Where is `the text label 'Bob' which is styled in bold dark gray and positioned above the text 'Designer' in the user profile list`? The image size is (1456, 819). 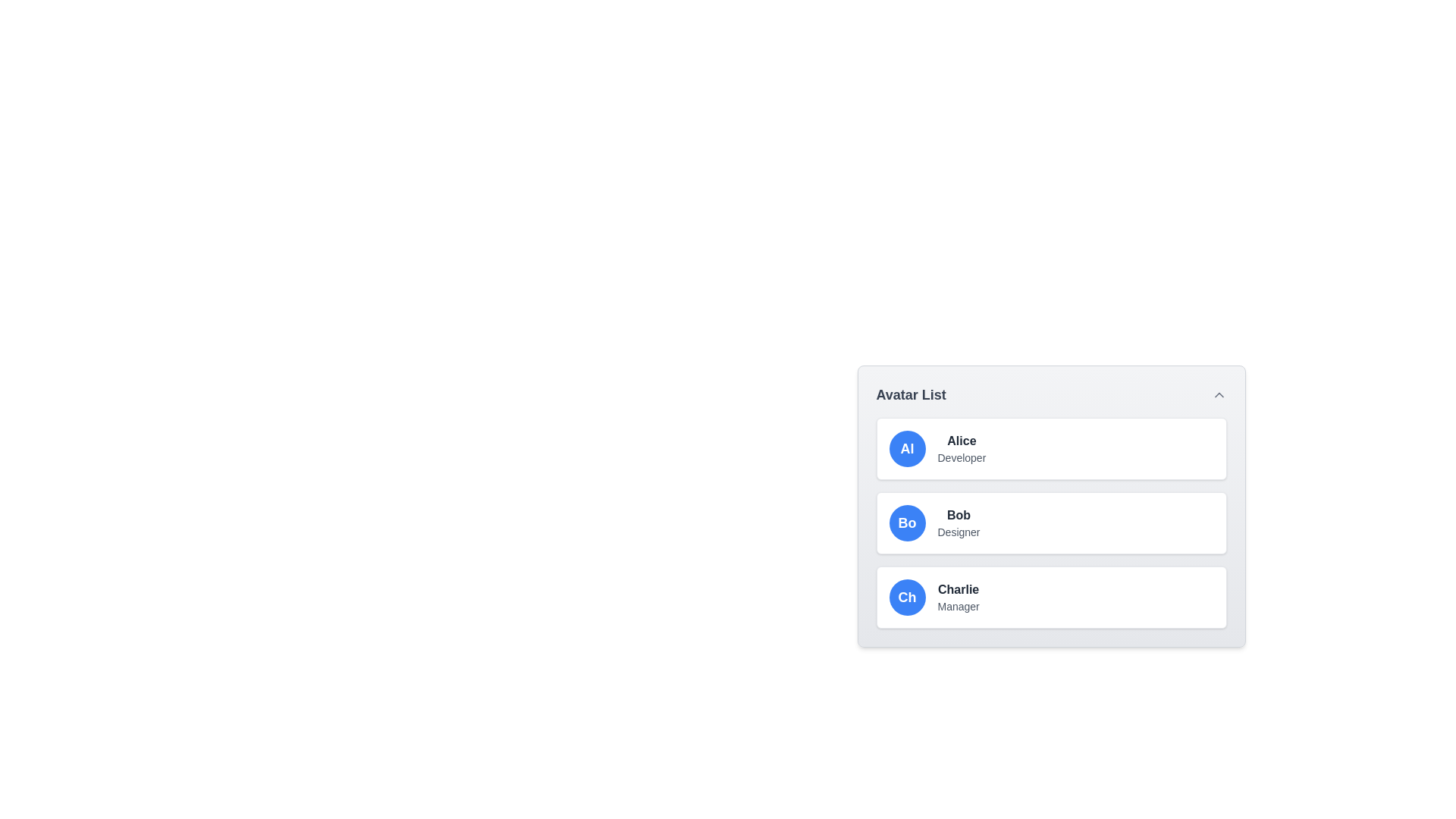
the text label 'Bob' which is styled in bold dark gray and positioned above the text 'Designer' in the user profile list is located at coordinates (958, 514).